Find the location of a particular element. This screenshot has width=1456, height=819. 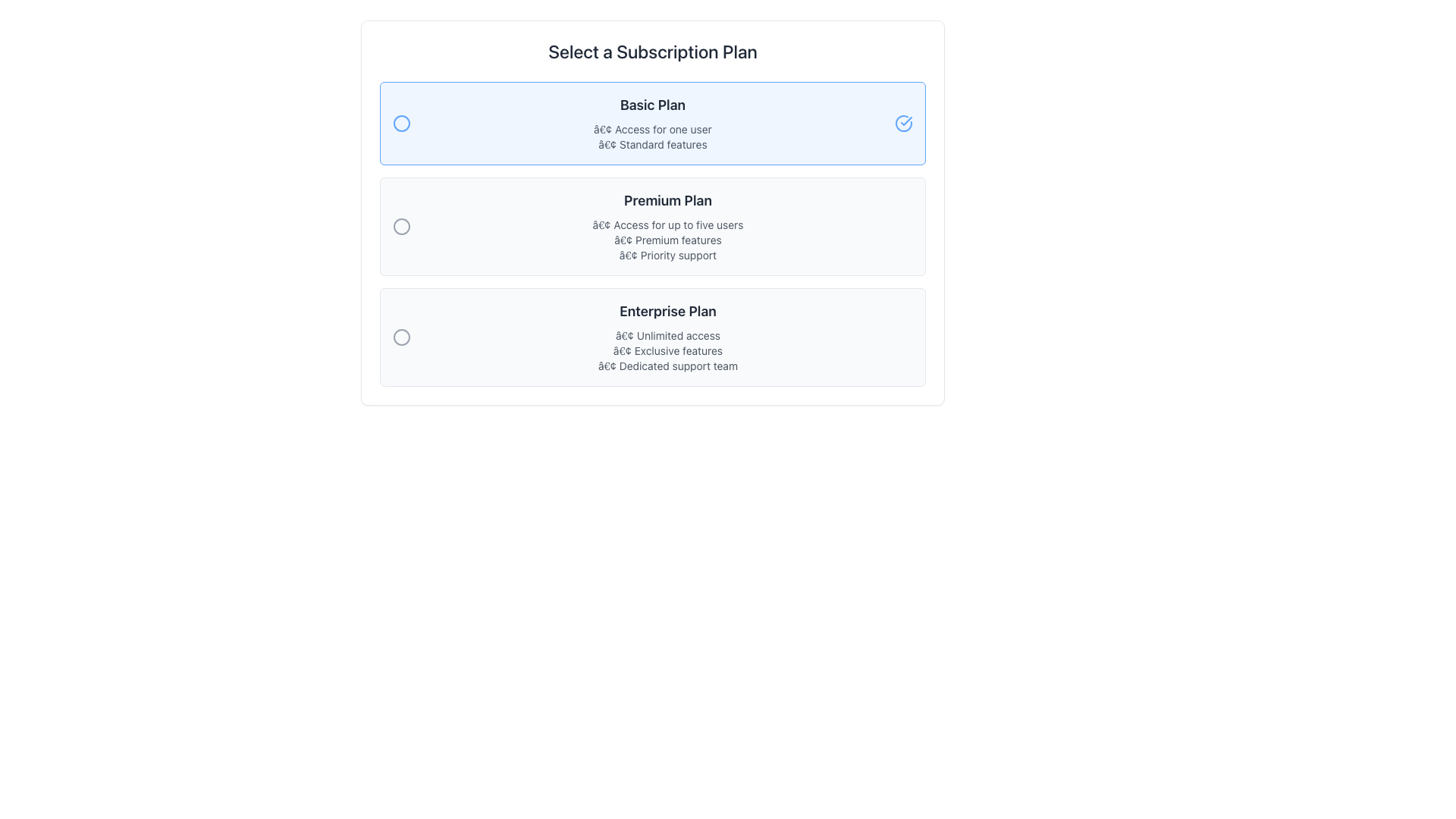

the static text element that describes the features of the 'Premium Plan', located below '• Access for up to five users' and above '• Priority support' is located at coordinates (667, 239).